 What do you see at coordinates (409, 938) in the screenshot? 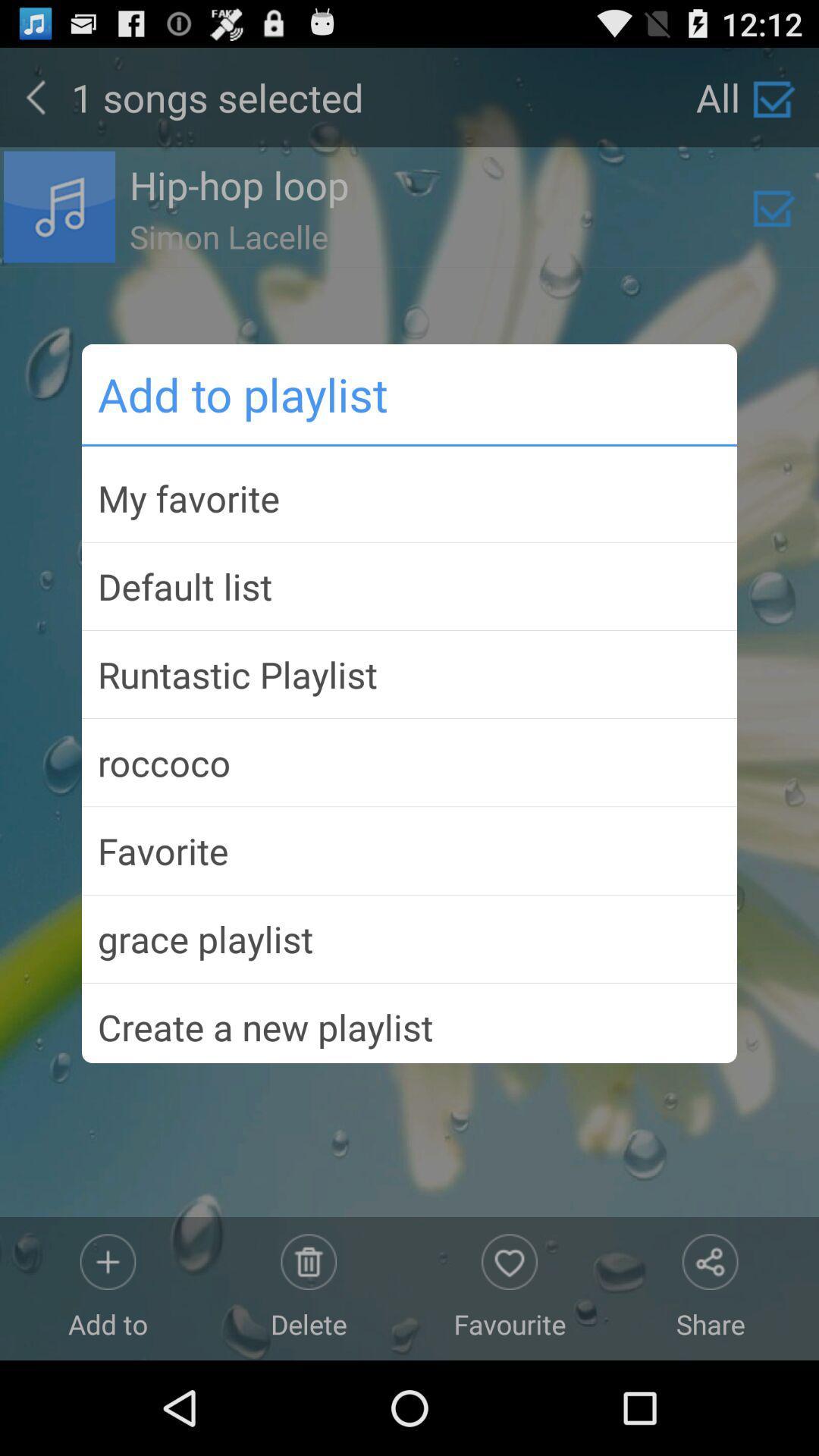
I see `the app above the create a new item` at bounding box center [409, 938].